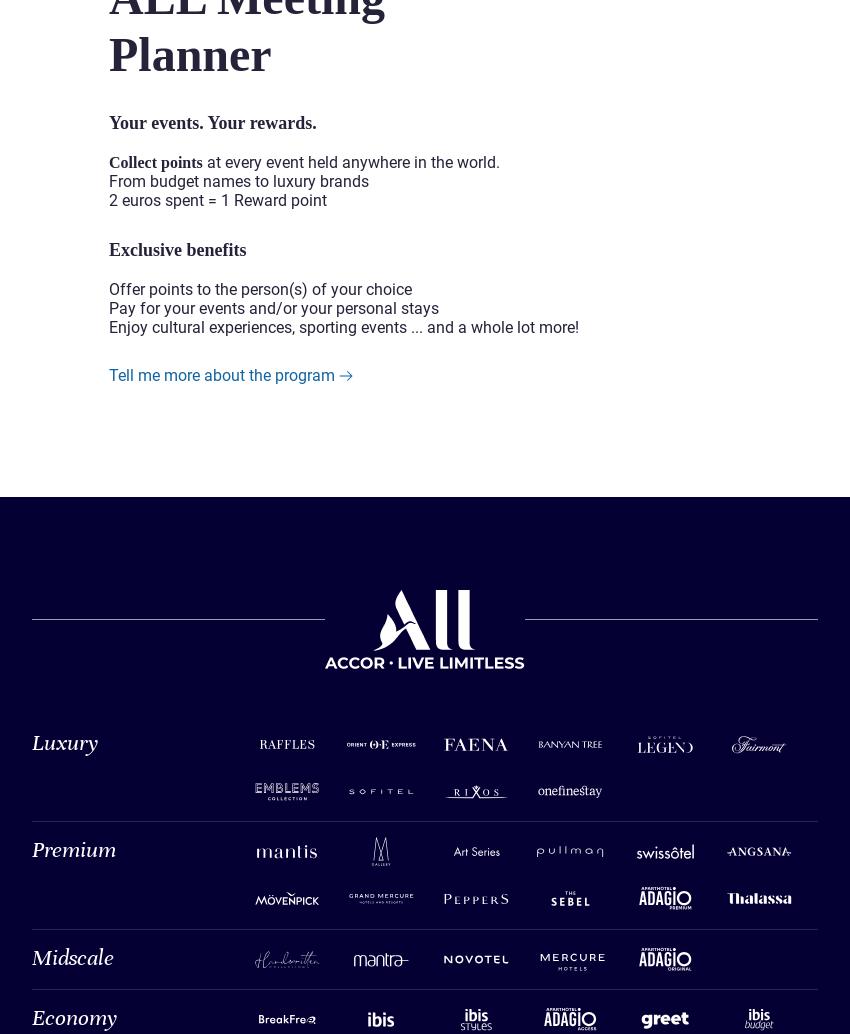  Describe the element at coordinates (74, 848) in the screenshot. I see `'Premium'` at that location.